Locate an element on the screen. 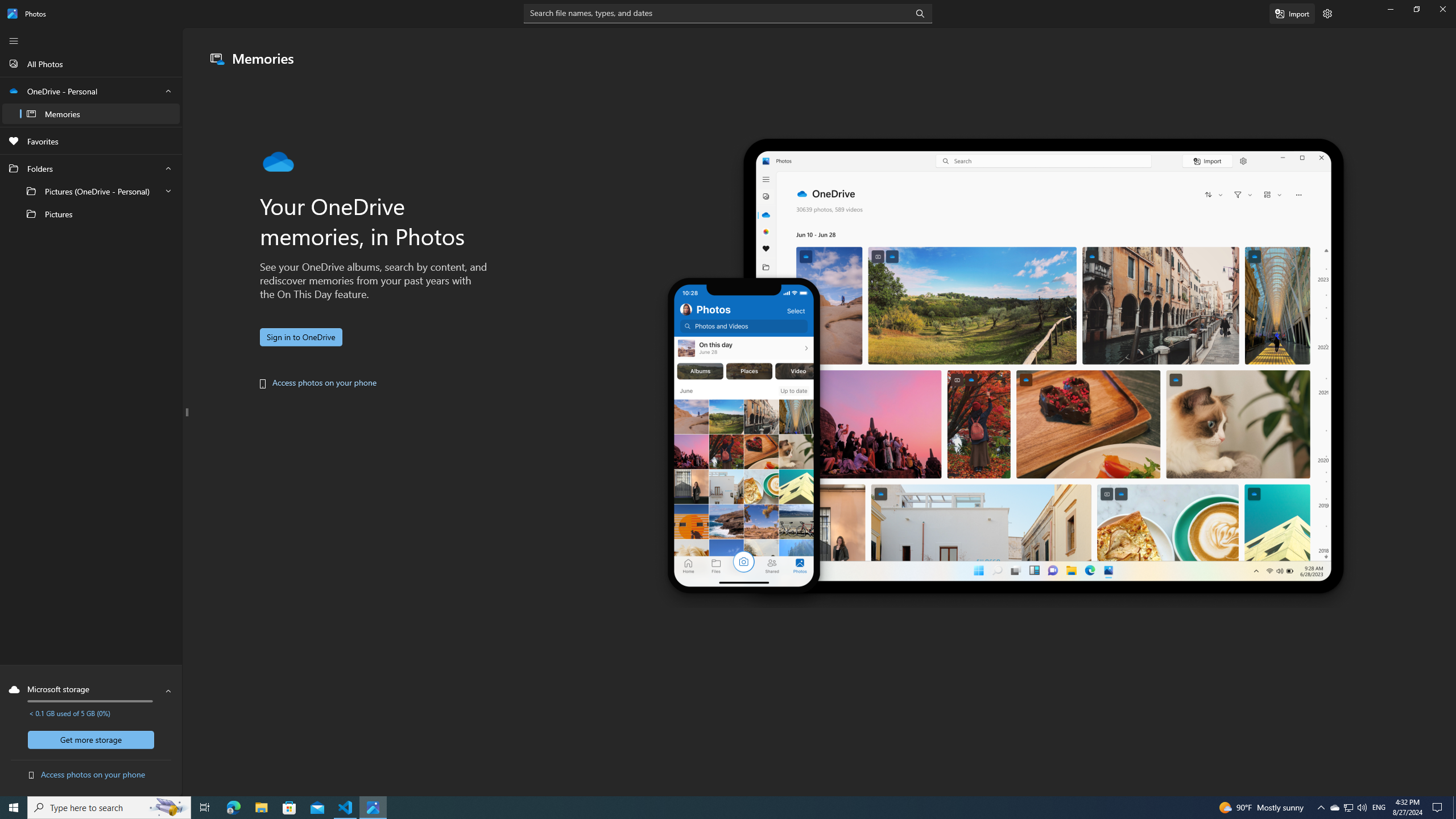 The width and height of the screenshot is (1456, 819). 'OneDrive - Personal' is located at coordinates (90, 102).